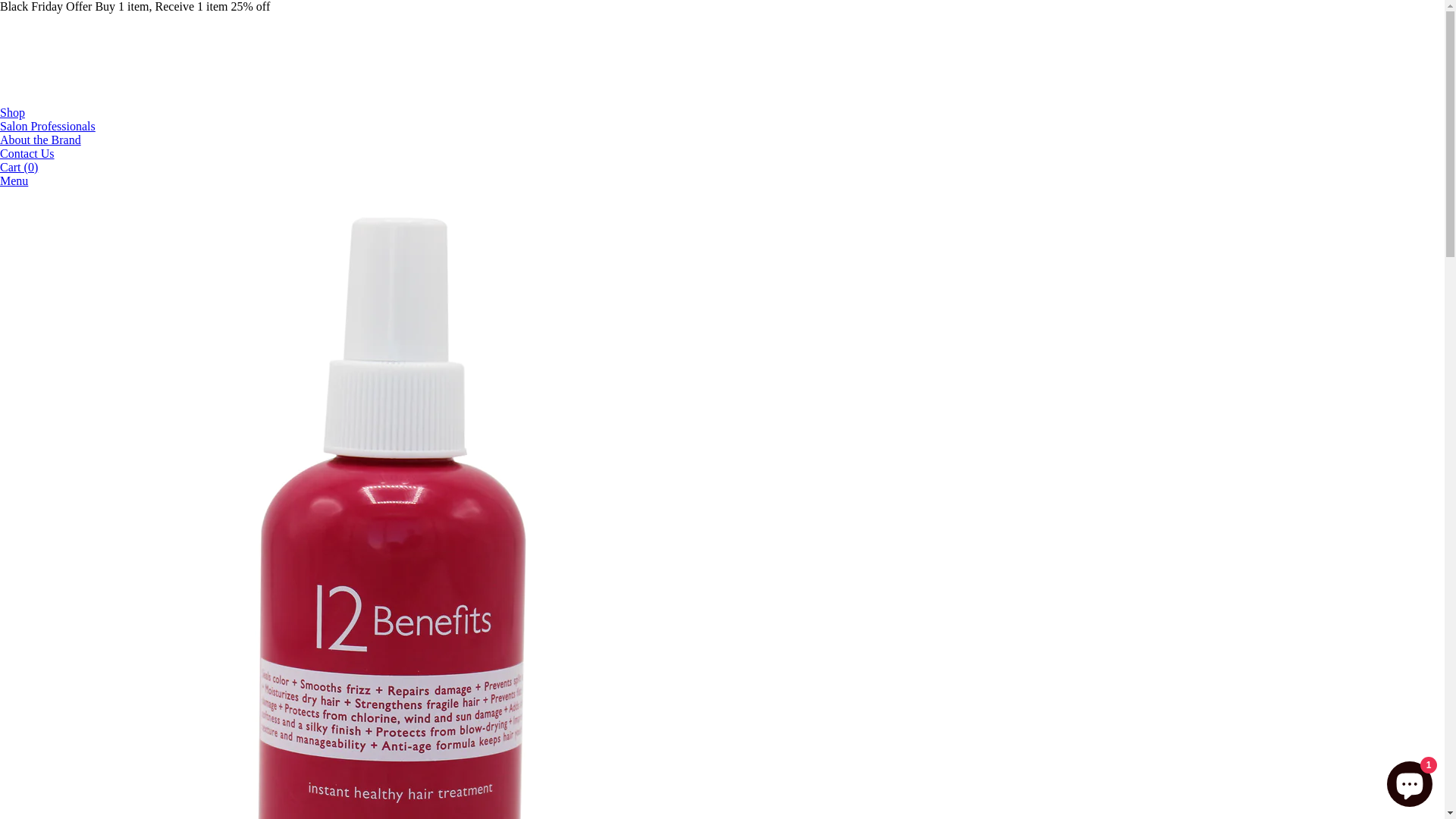 This screenshot has height=819, width=1456. I want to click on 'Salon Professionals', so click(0, 125).